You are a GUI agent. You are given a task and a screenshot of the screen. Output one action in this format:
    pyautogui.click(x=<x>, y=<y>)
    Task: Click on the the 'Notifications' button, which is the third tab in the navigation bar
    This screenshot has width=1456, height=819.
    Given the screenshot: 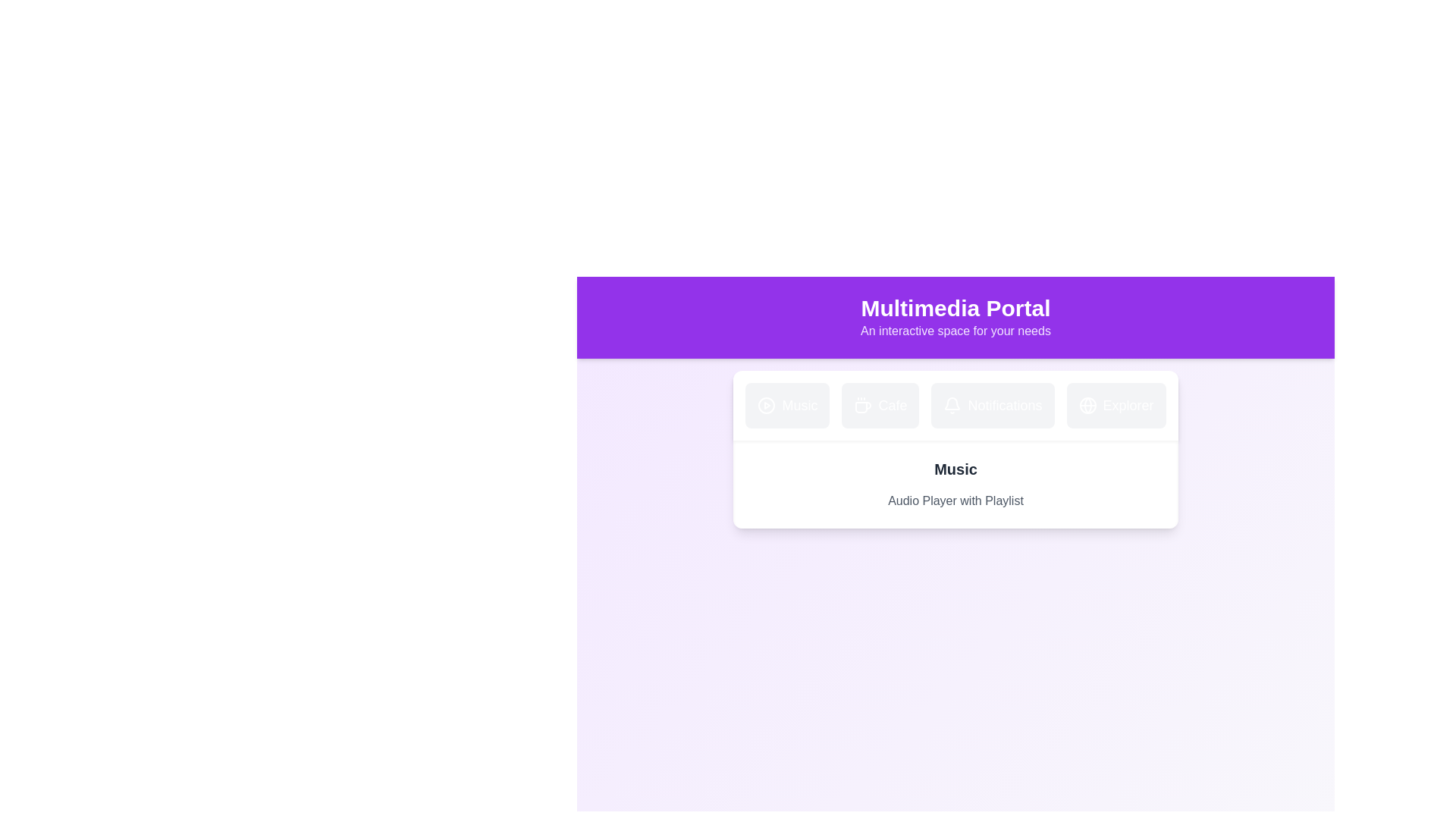 What is the action you would take?
    pyautogui.click(x=993, y=405)
    